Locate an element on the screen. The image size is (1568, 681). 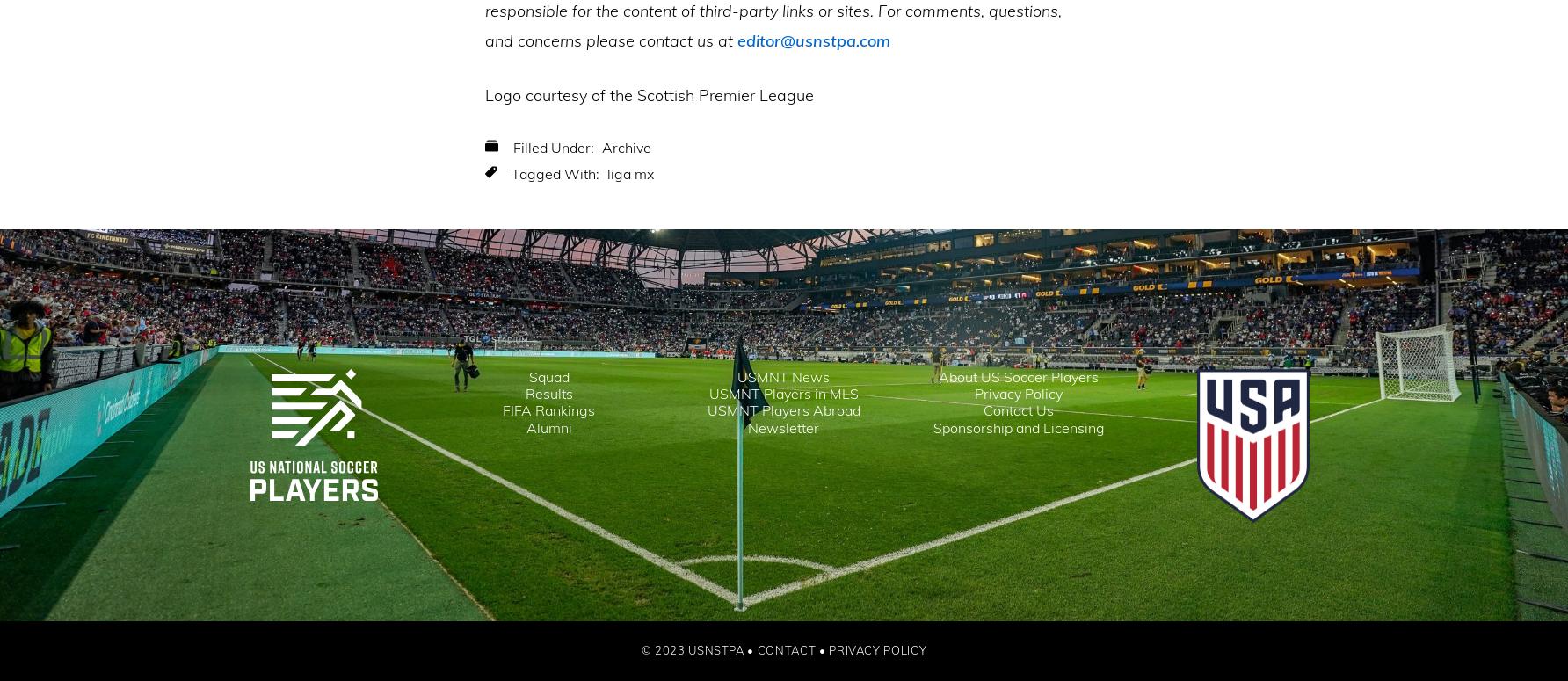
'© 2023 USNSTPA •' is located at coordinates (697, 648).